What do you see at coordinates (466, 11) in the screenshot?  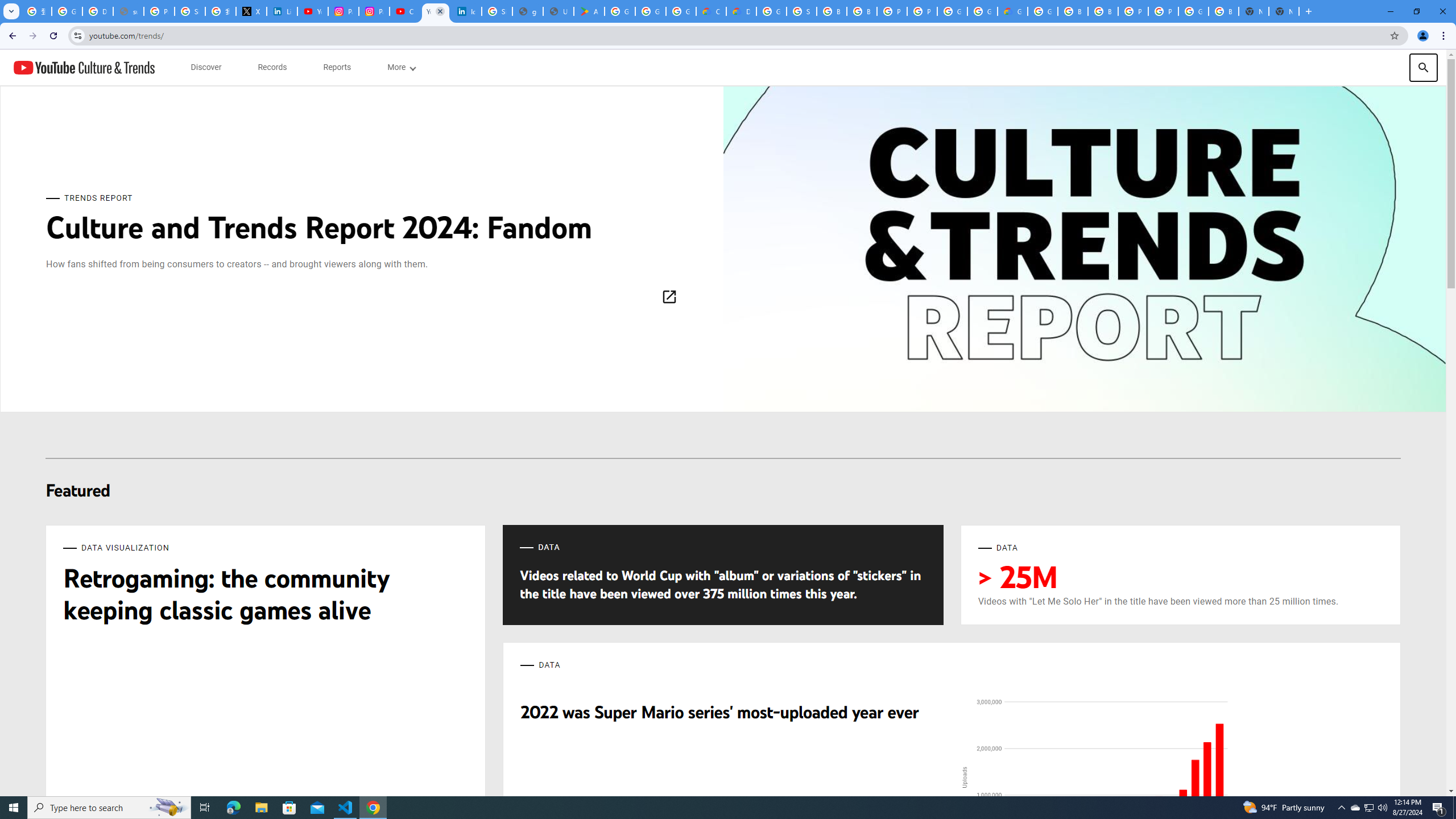 I see `'Identity verification via Persona | LinkedIn Help'` at bounding box center [466, 11].